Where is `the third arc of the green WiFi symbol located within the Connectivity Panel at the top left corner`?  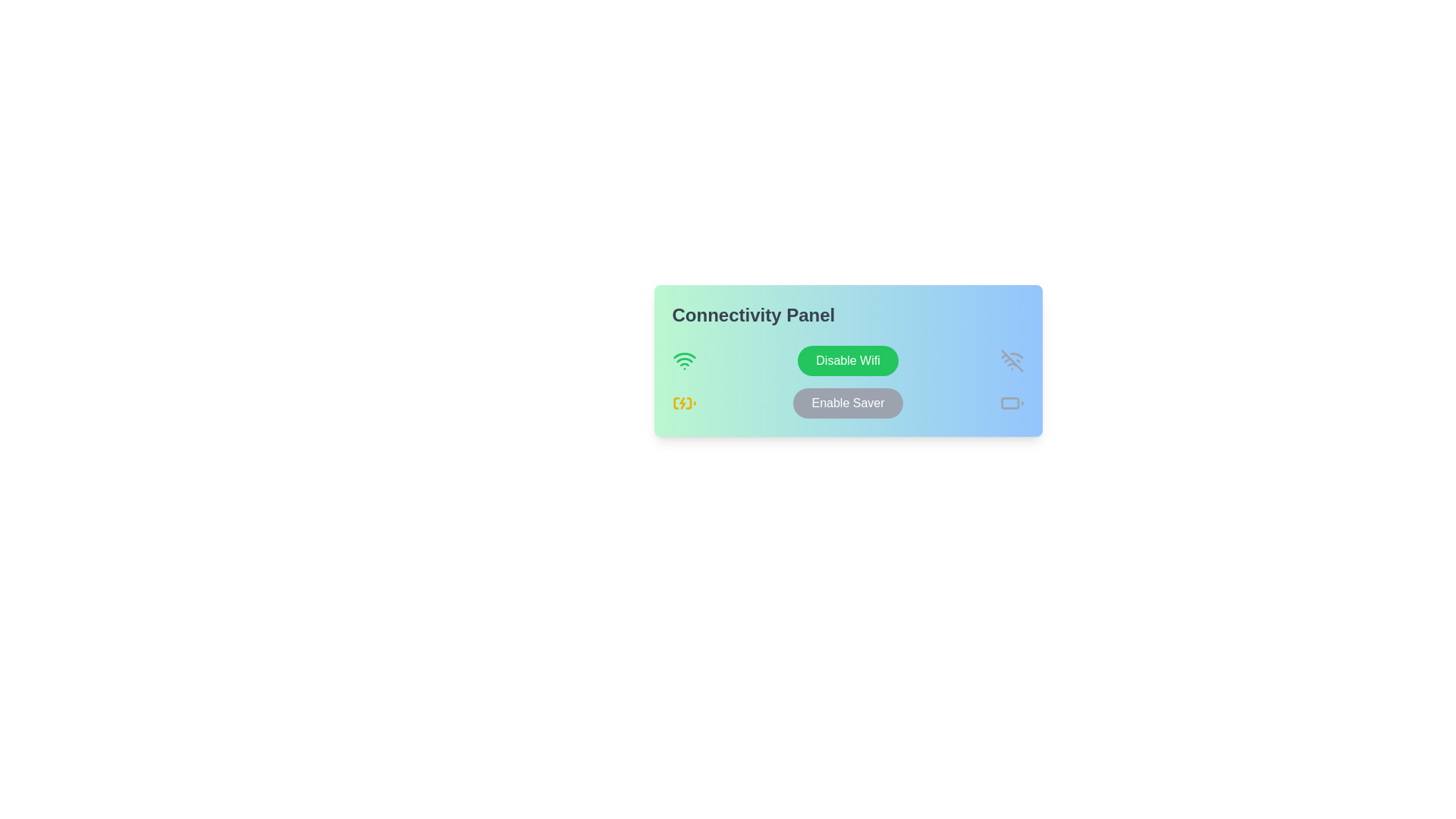
the third arc of the green WiFi symbol located within the Connectivity Panel at the top left corner is located at coordinates (683, 360).